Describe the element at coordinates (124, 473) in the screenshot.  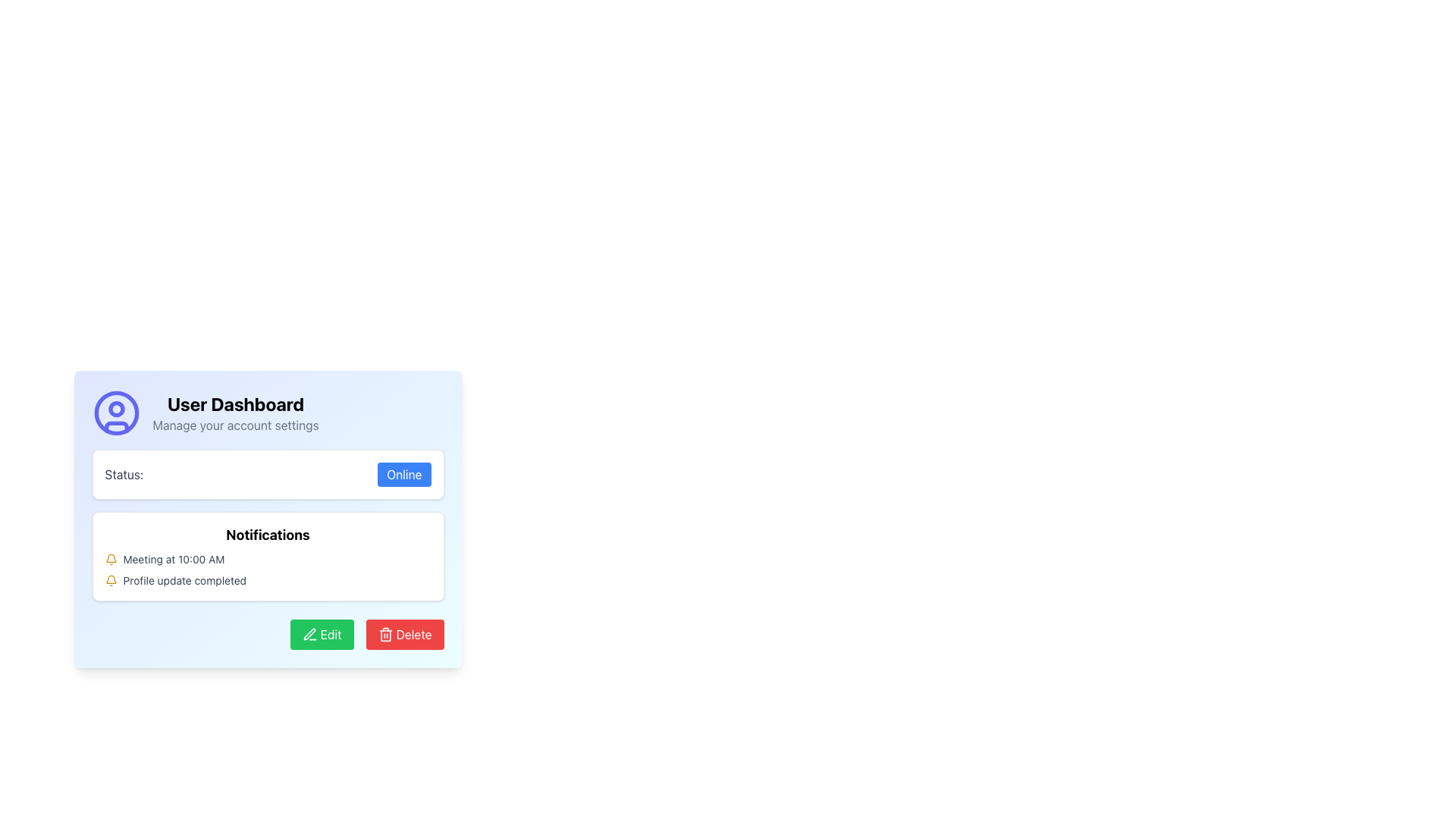
I see `the text label displaying 'Status:' in gray color located on the left side of the 'User Dashboard' card` at that location.